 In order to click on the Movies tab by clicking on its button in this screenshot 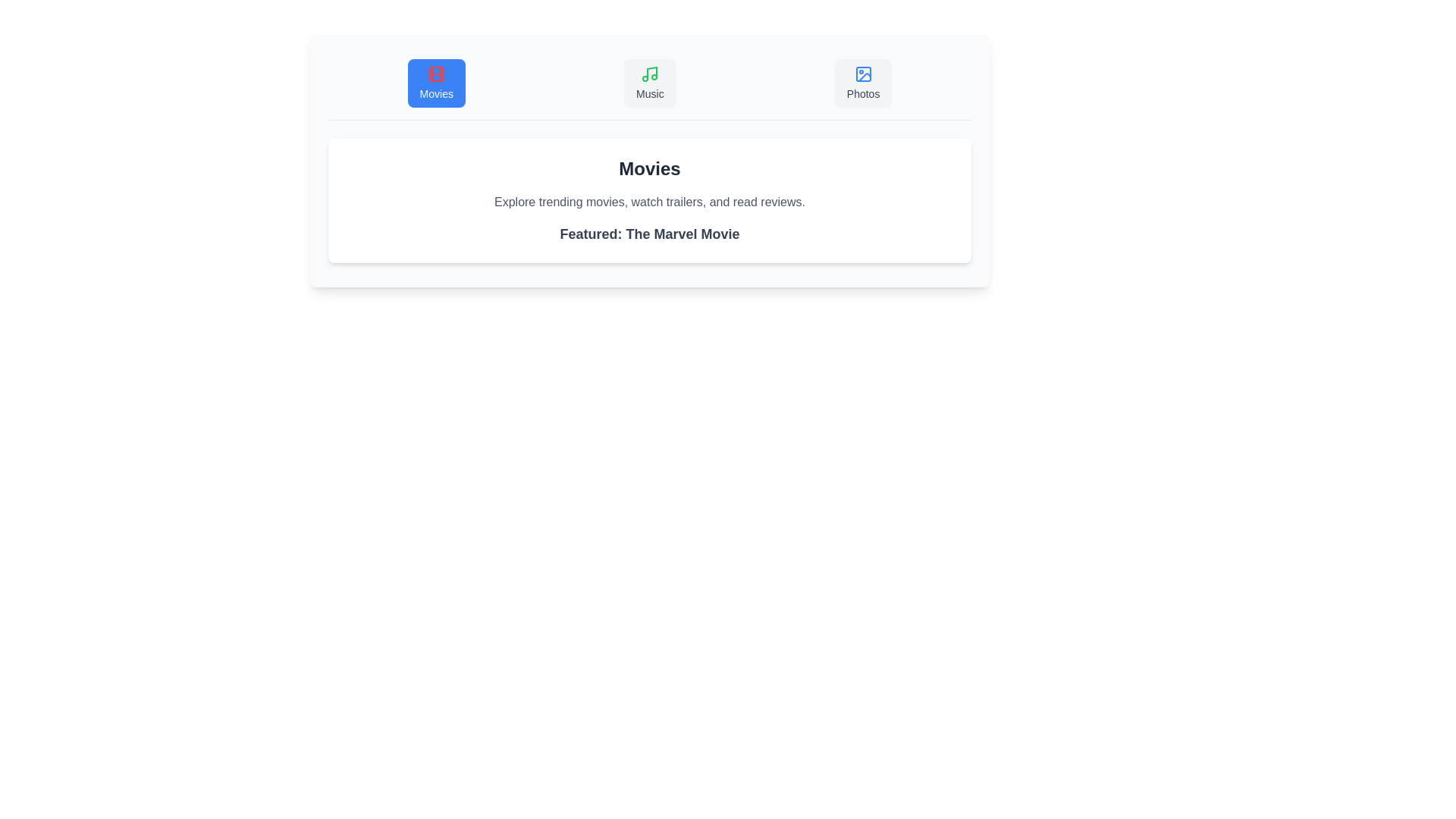, I will do `click(435, 83)`.